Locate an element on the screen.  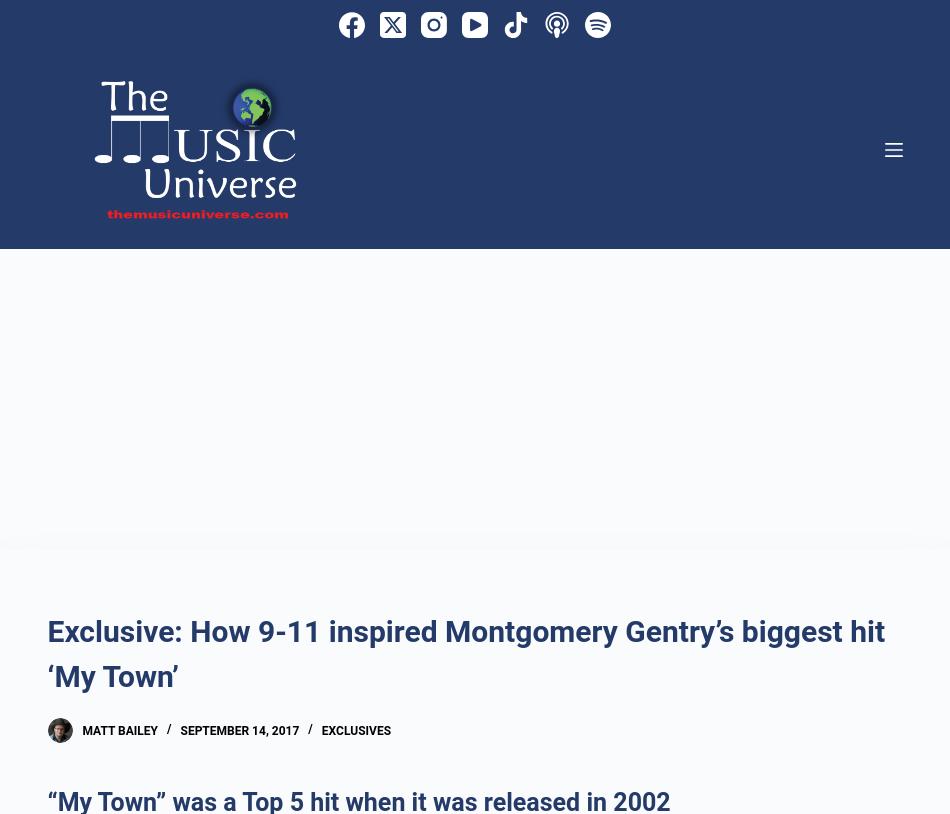
'There is no word on whether Jeffrey Steele will perform at Gentry’s funeral, which is set to take place at the' is located at coordinates (47, 225).